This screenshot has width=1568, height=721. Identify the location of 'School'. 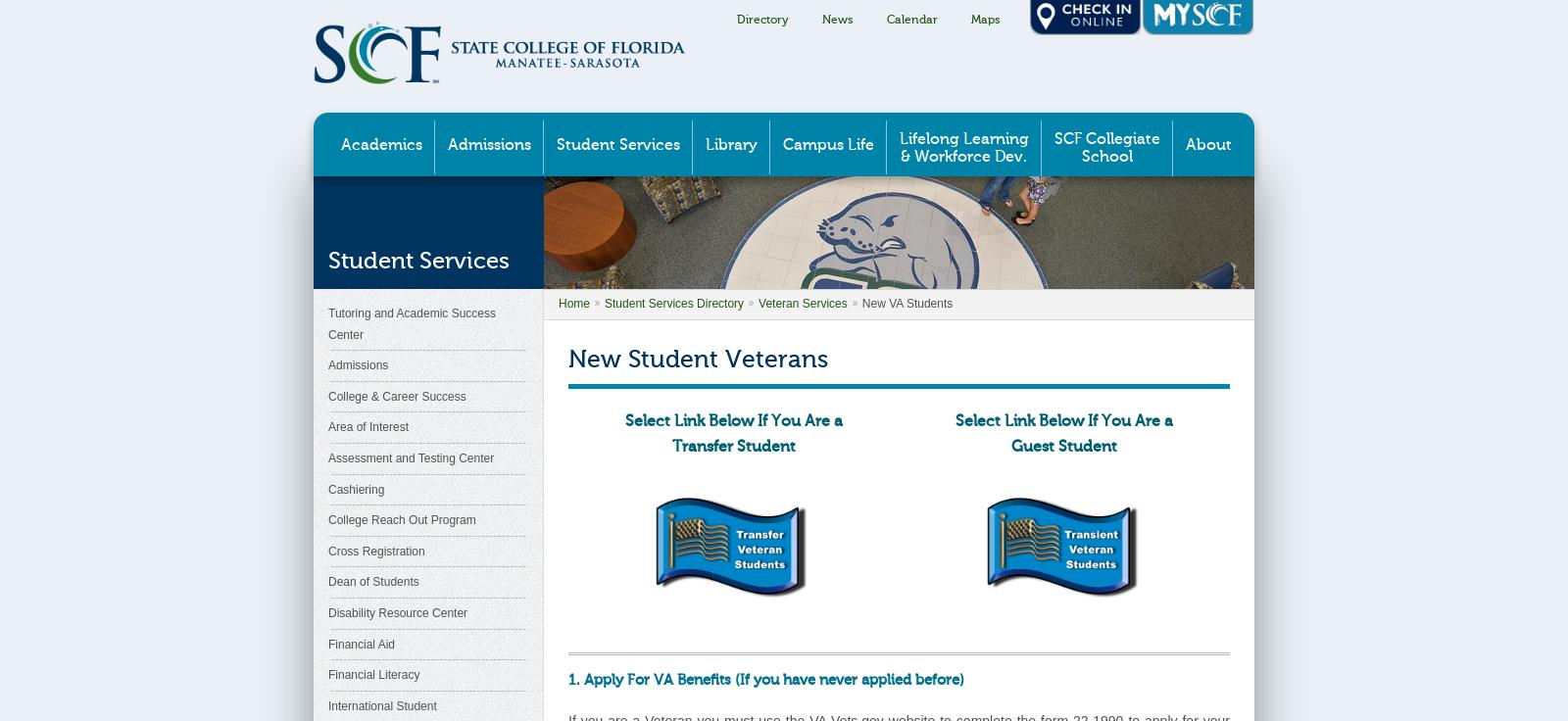
(1105, 157).